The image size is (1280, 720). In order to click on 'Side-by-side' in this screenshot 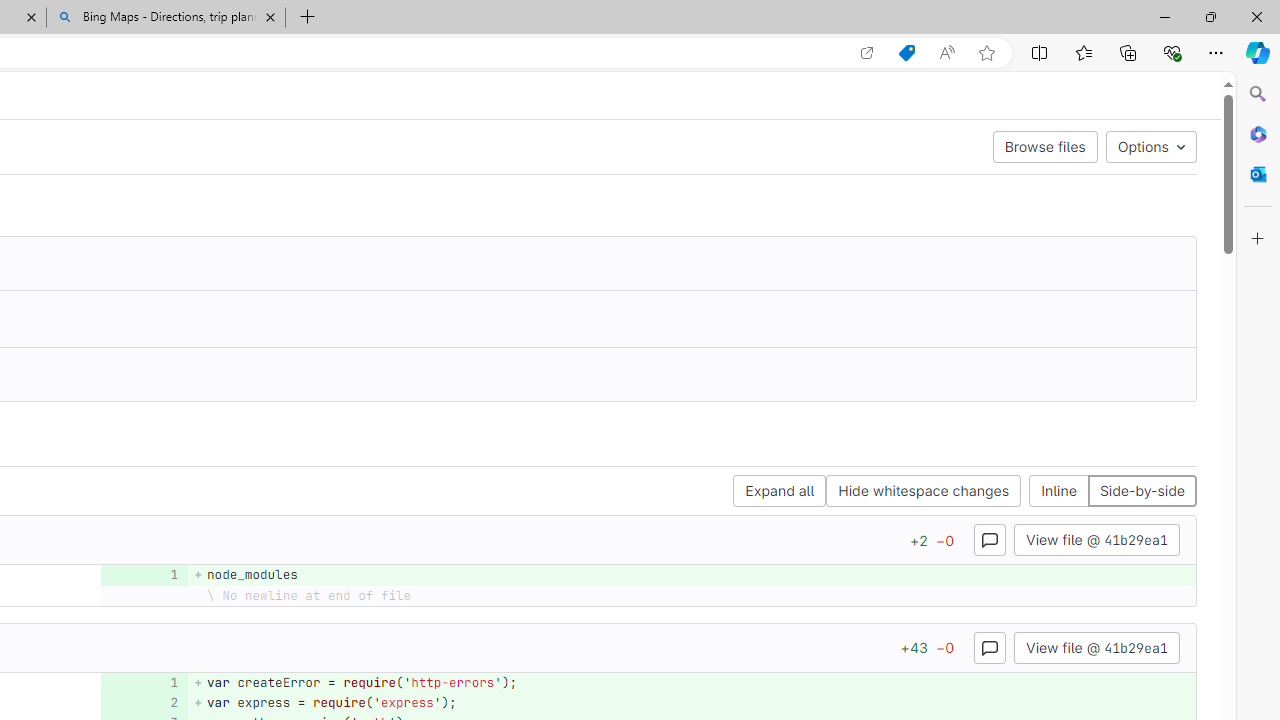, I will do `click(1141, 491)`.